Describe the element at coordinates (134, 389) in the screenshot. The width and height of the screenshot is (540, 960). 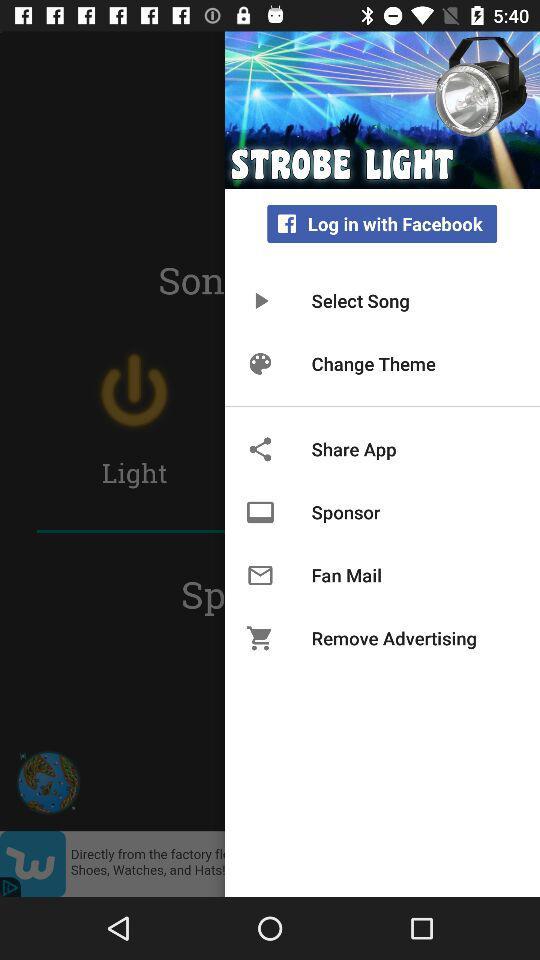
I see `the power icon` at that location.